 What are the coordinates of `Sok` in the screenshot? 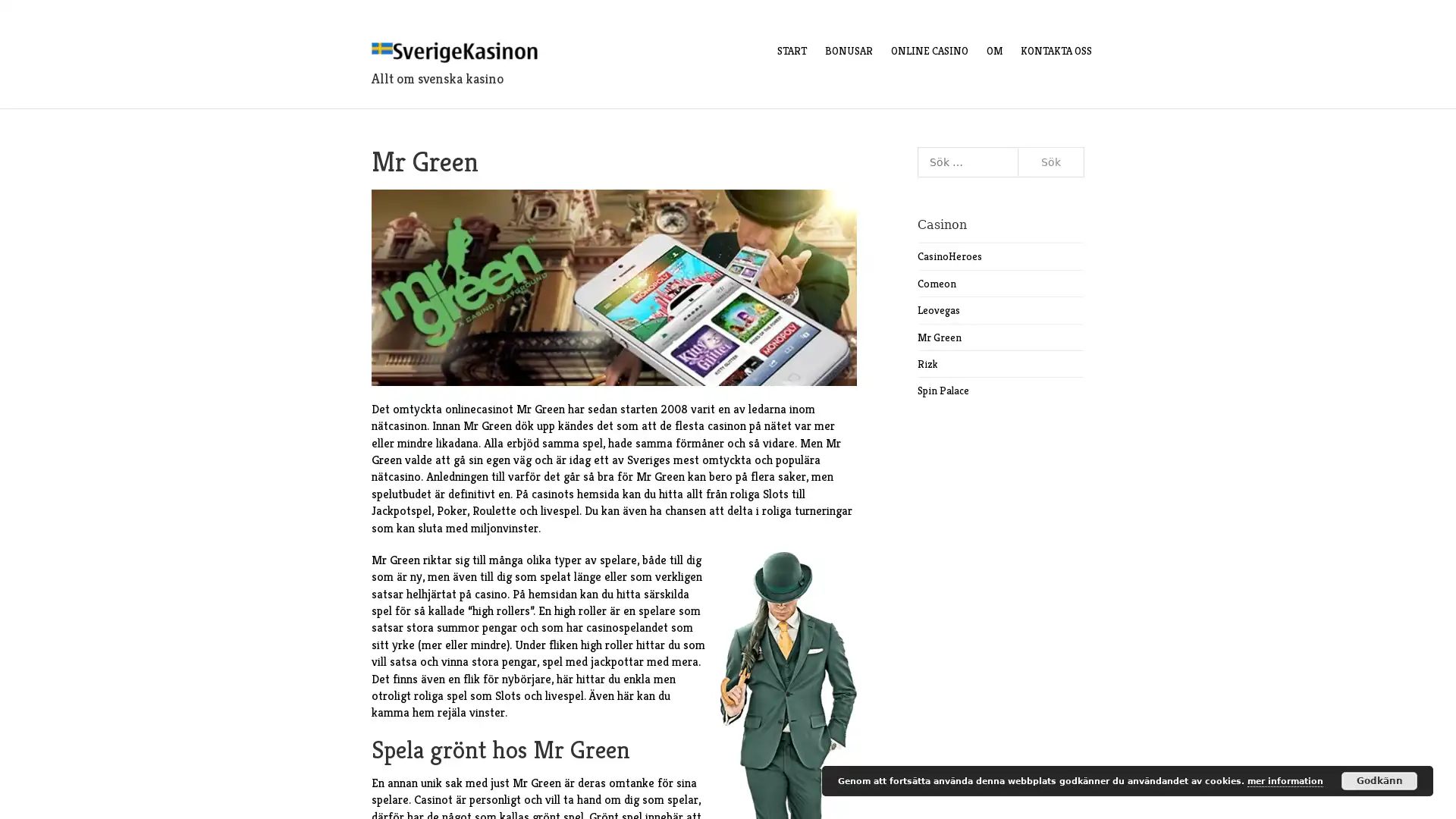 It's located at (1050, 162).